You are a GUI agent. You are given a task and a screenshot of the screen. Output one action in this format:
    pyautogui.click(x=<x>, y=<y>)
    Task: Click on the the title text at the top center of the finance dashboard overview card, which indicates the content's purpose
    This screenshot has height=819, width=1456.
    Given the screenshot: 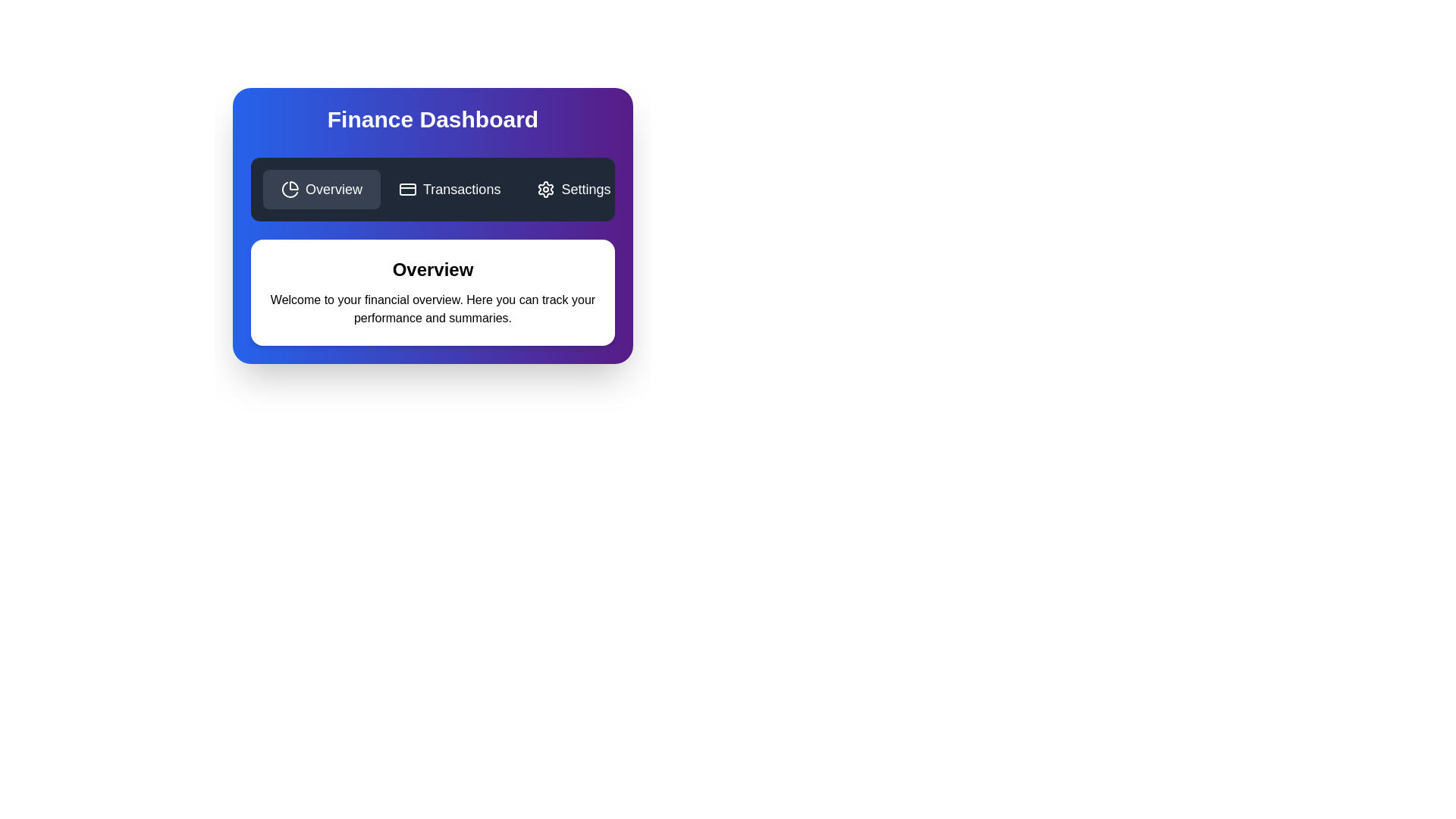 What is the action you would take?
    pyautogui.click(x=432, y=119)
    